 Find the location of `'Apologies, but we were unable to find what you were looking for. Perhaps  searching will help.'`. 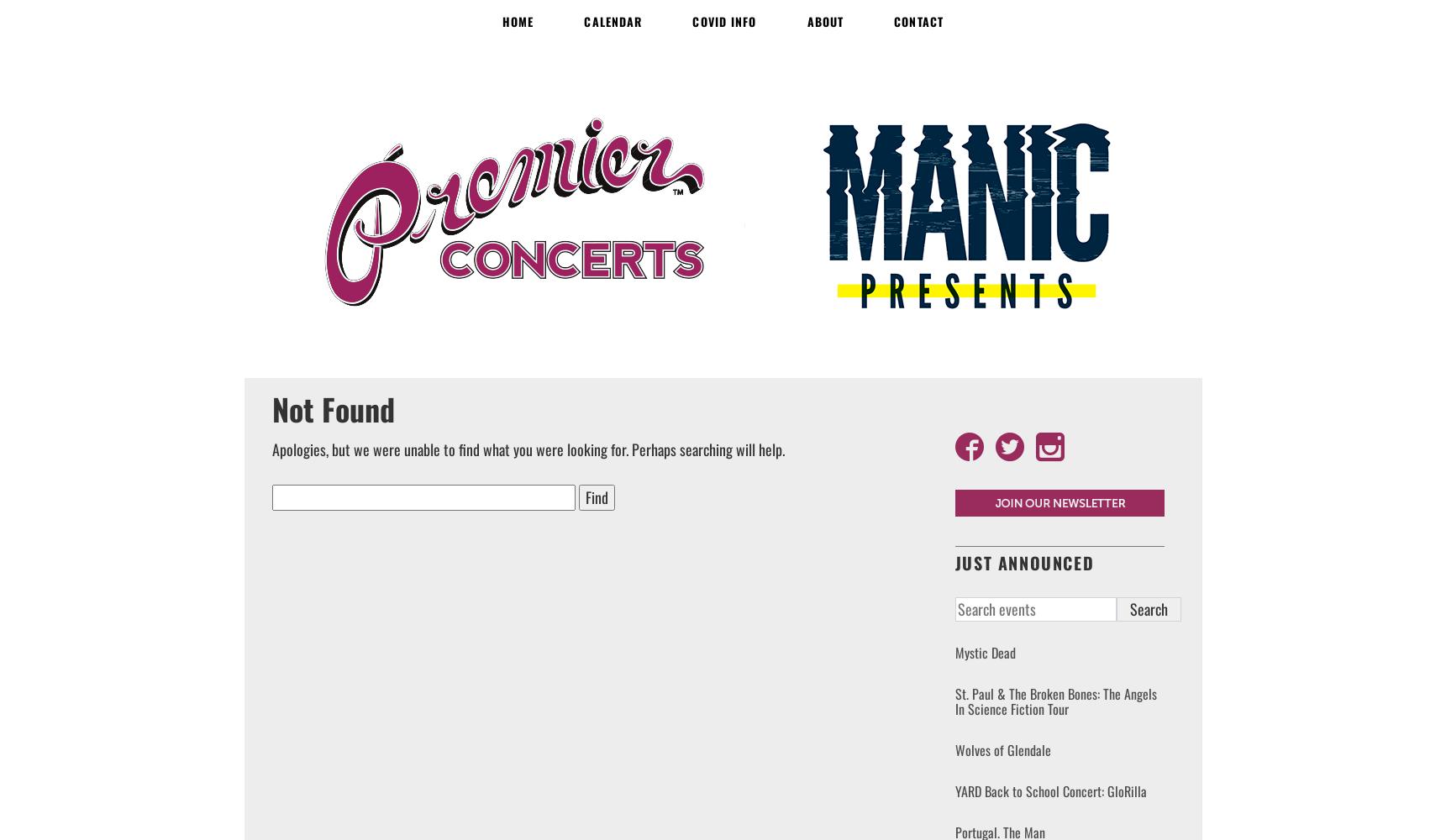

'Apologies, but we were unable to find what you were looking for. Perhaps  searching will help.' is located at coordinates (271, 449).